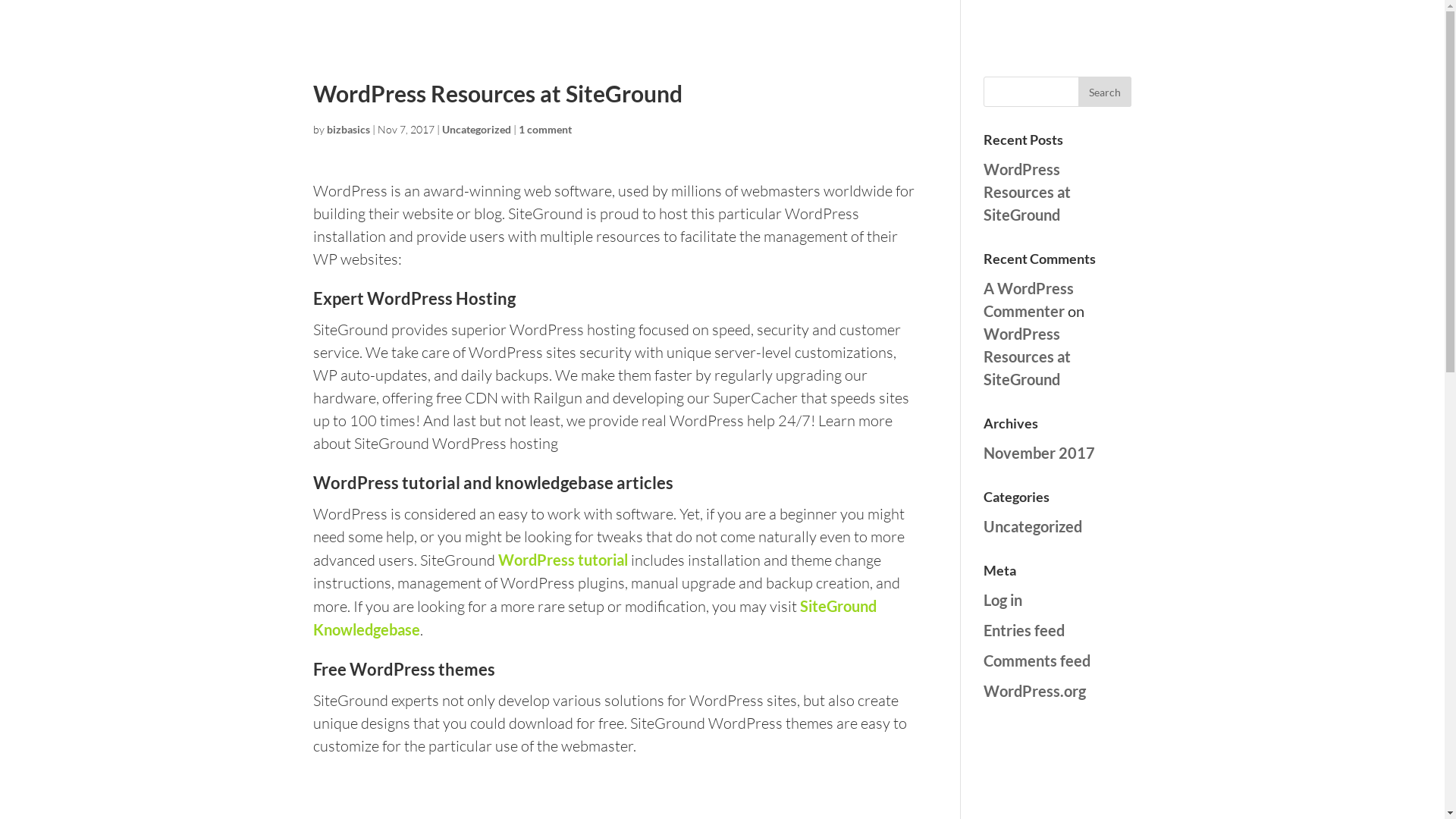 The width and height of the screenshot is (1456, 819). What do you see at coordinates (475, 128) in the screenshot?
I see `'Uncategorized'` at bounding box center [475, 128].